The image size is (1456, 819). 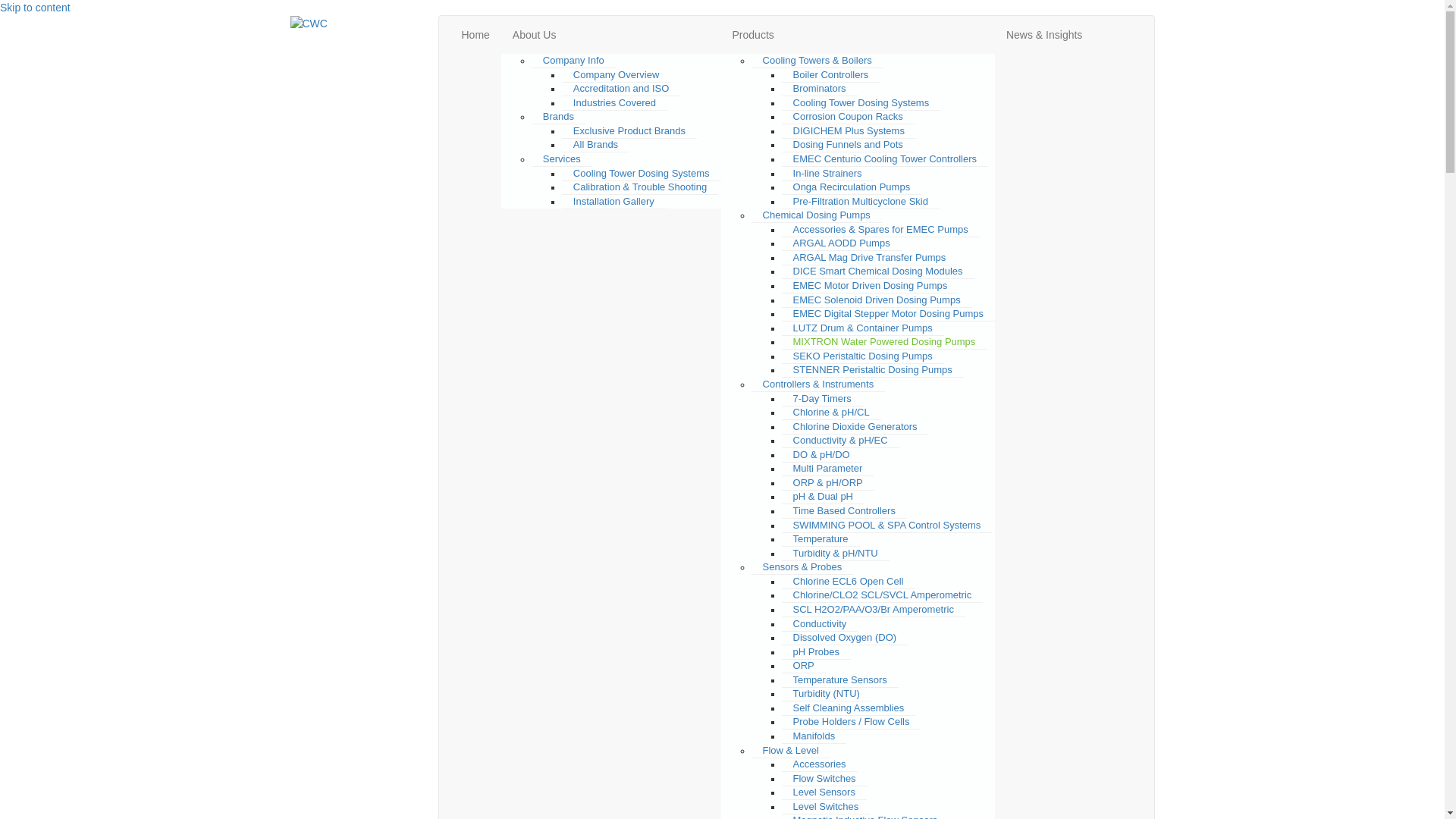 I want to click on 'Cooling Tower Dosing Systems', so click(x=641, y=171).